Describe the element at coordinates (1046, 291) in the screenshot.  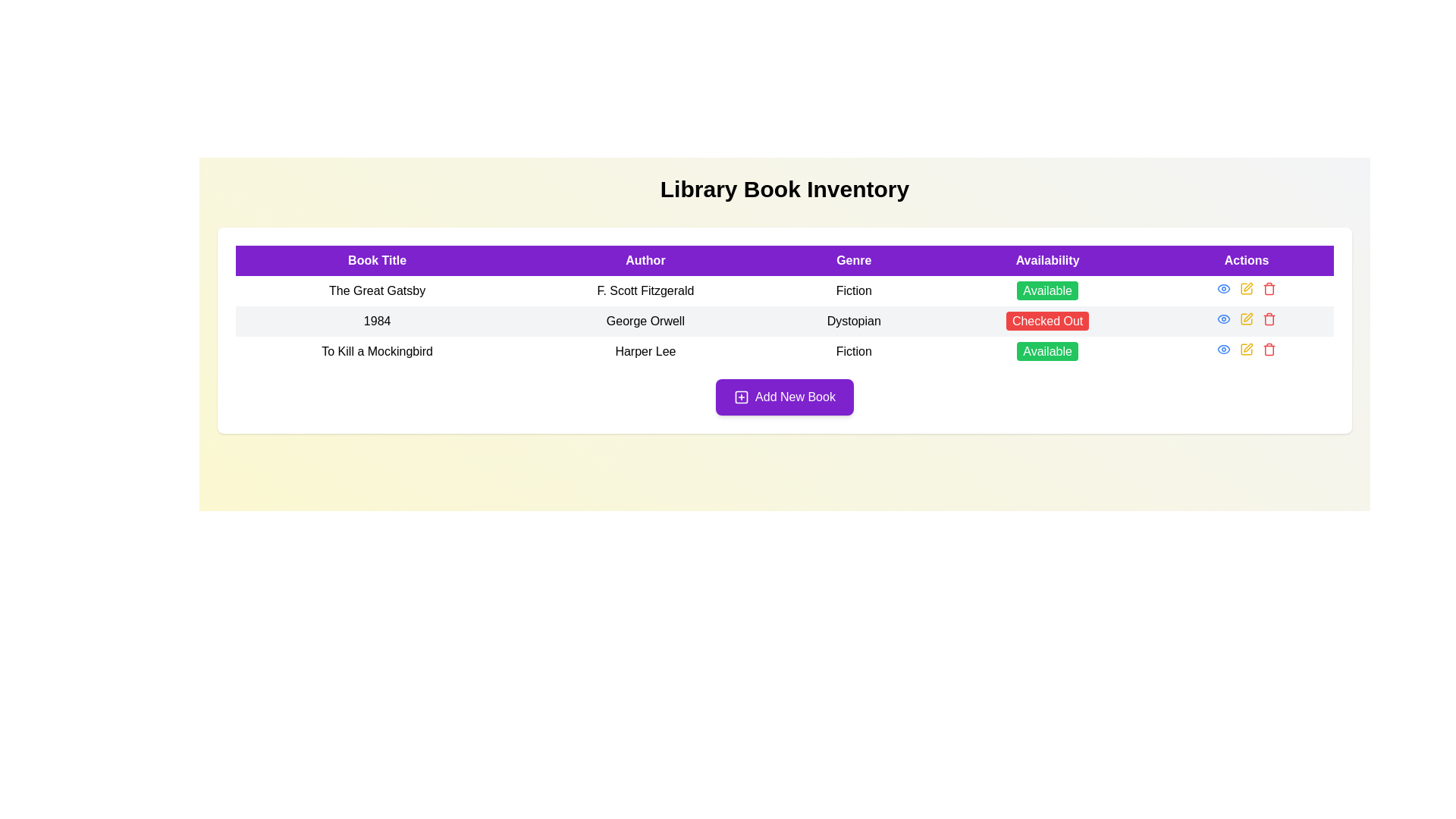
I see `the availability status button for 'The Great Gatsby' in the 'Library Book Inventory' interface, located in the first row of the availability column` at that location.